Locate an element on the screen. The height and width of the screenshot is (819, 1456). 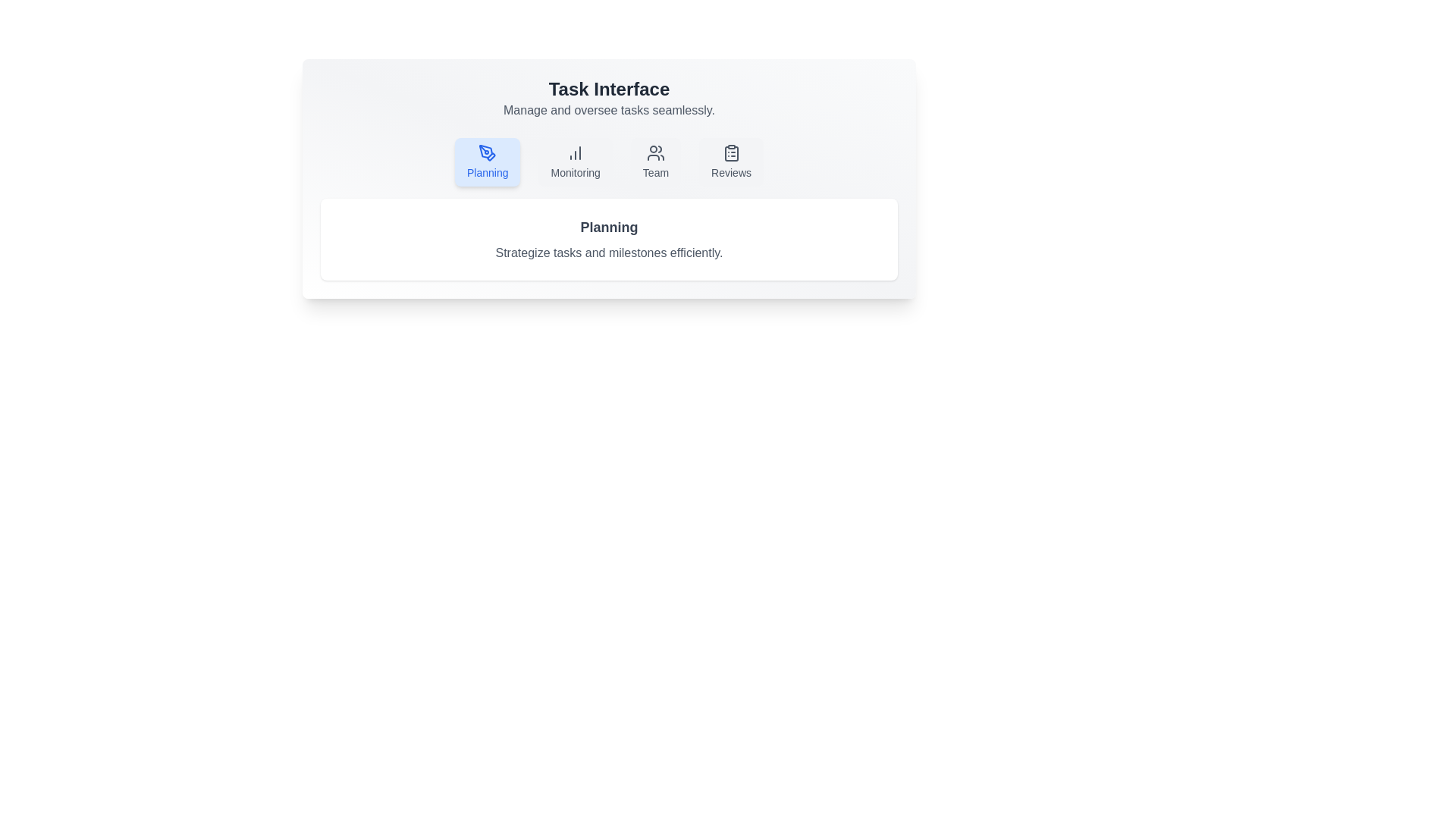
the tab labeled Monitoring to see the UI feedback is located at coordinates (575, 162).